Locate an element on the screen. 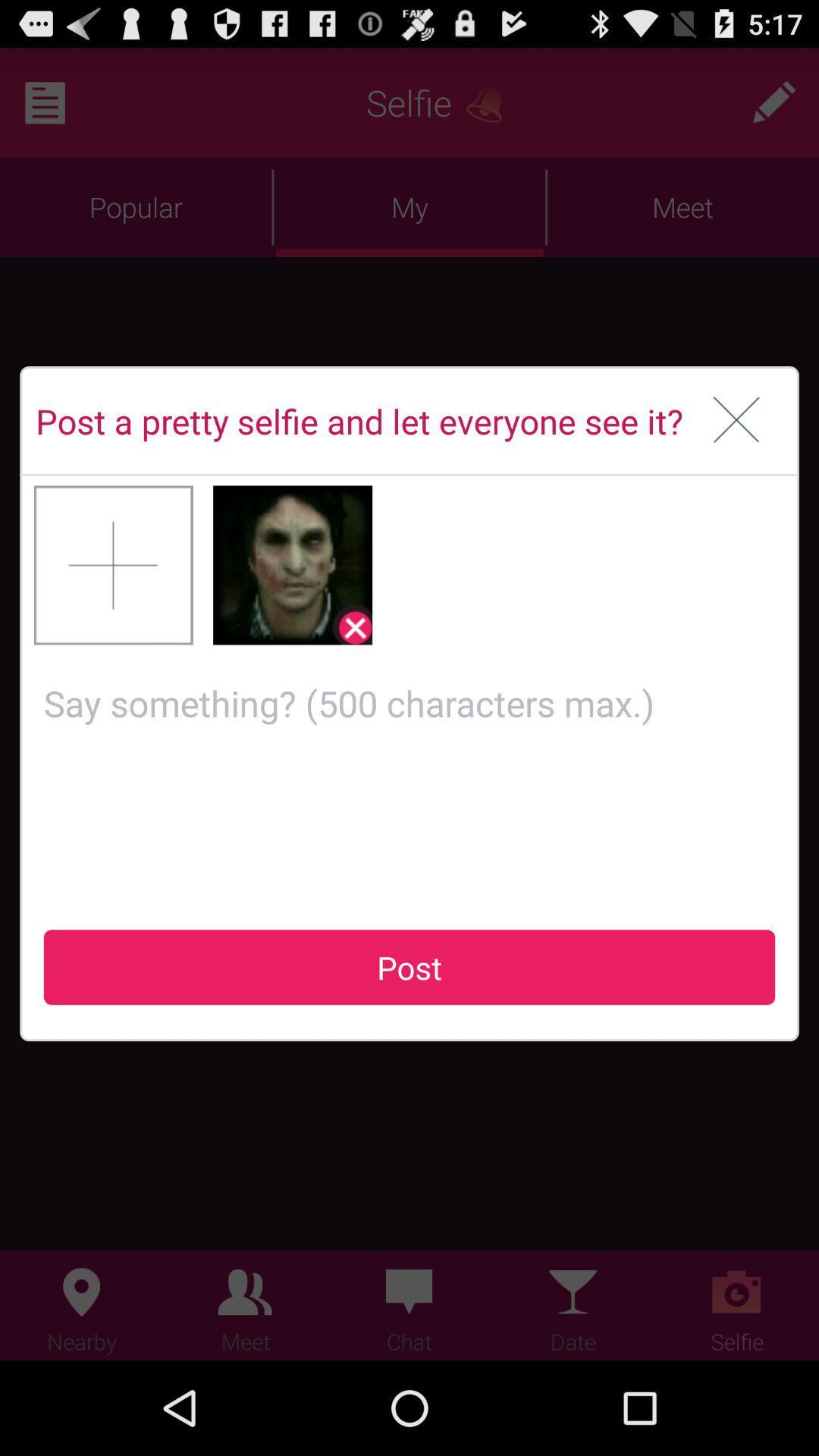 Image resolution: width=819 pixels, height=1456 pixels. the close icon is located at coordinates (736, 450).